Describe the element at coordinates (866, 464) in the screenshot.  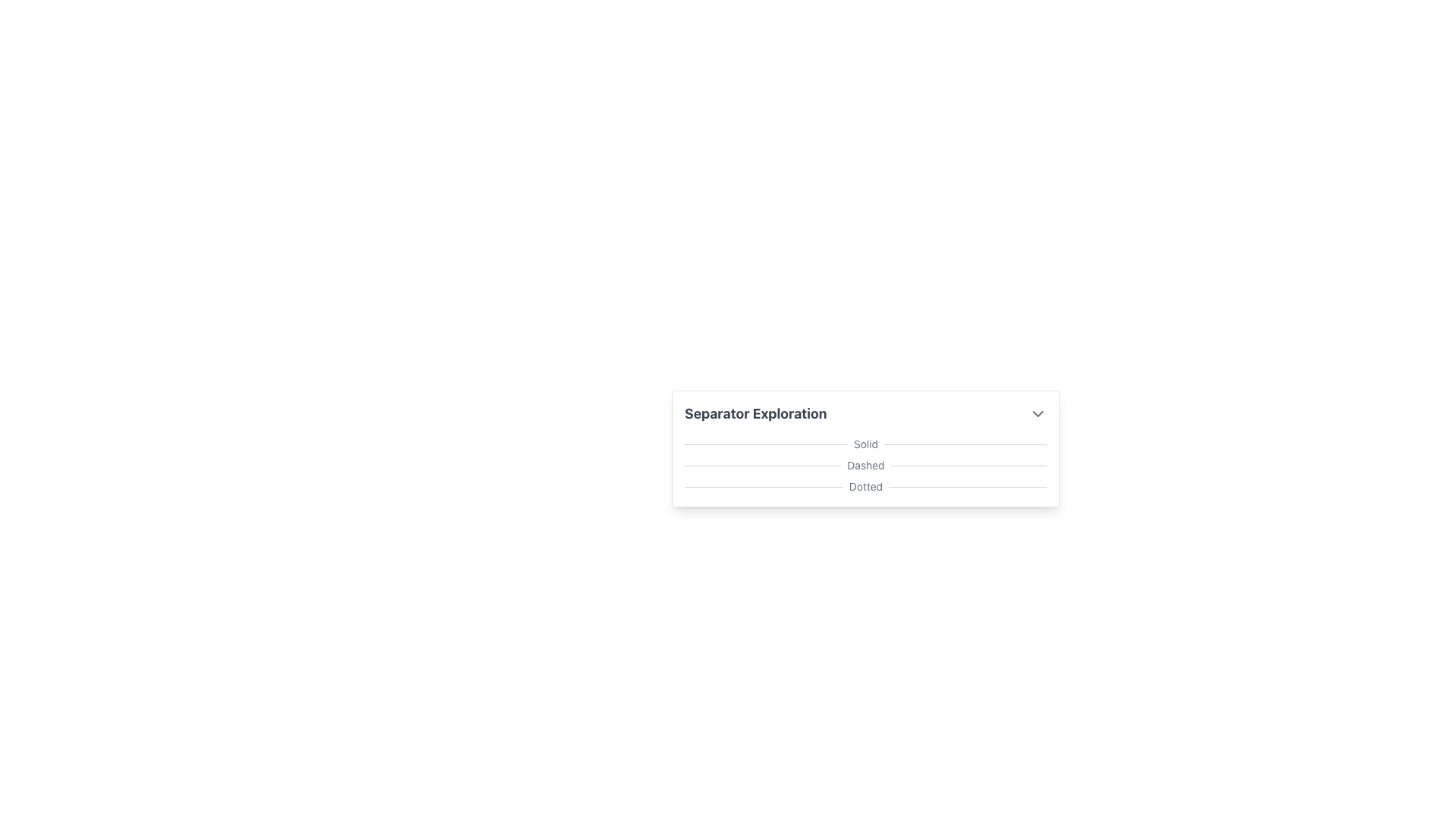
I see `the text label displaying the word 'Dashed' in gray color, which is centrally positioned between two dashed horizontal lines` at that location.